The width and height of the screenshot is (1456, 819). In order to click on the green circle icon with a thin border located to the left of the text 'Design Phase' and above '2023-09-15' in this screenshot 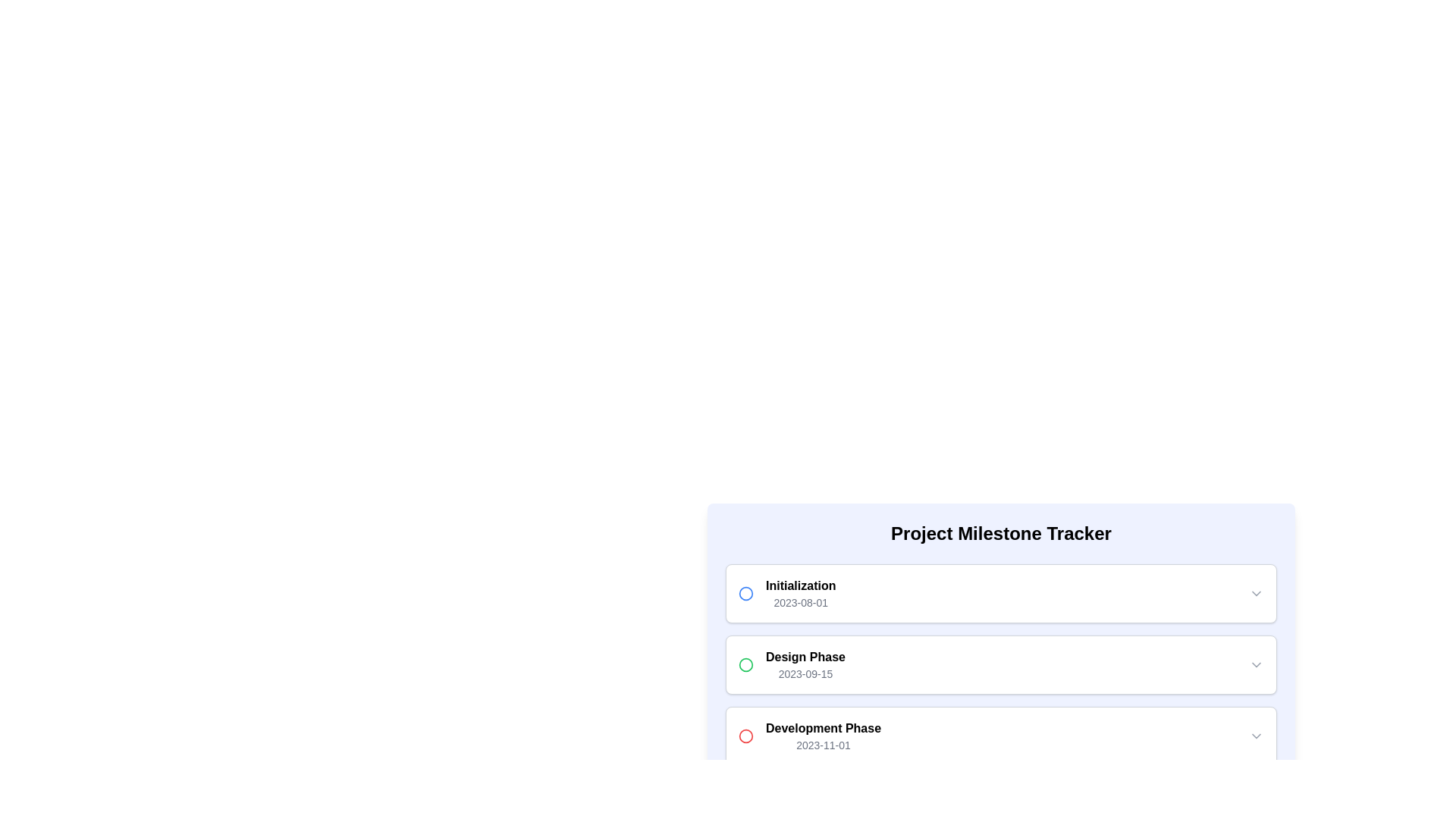, I will do `click(745, 664)`.